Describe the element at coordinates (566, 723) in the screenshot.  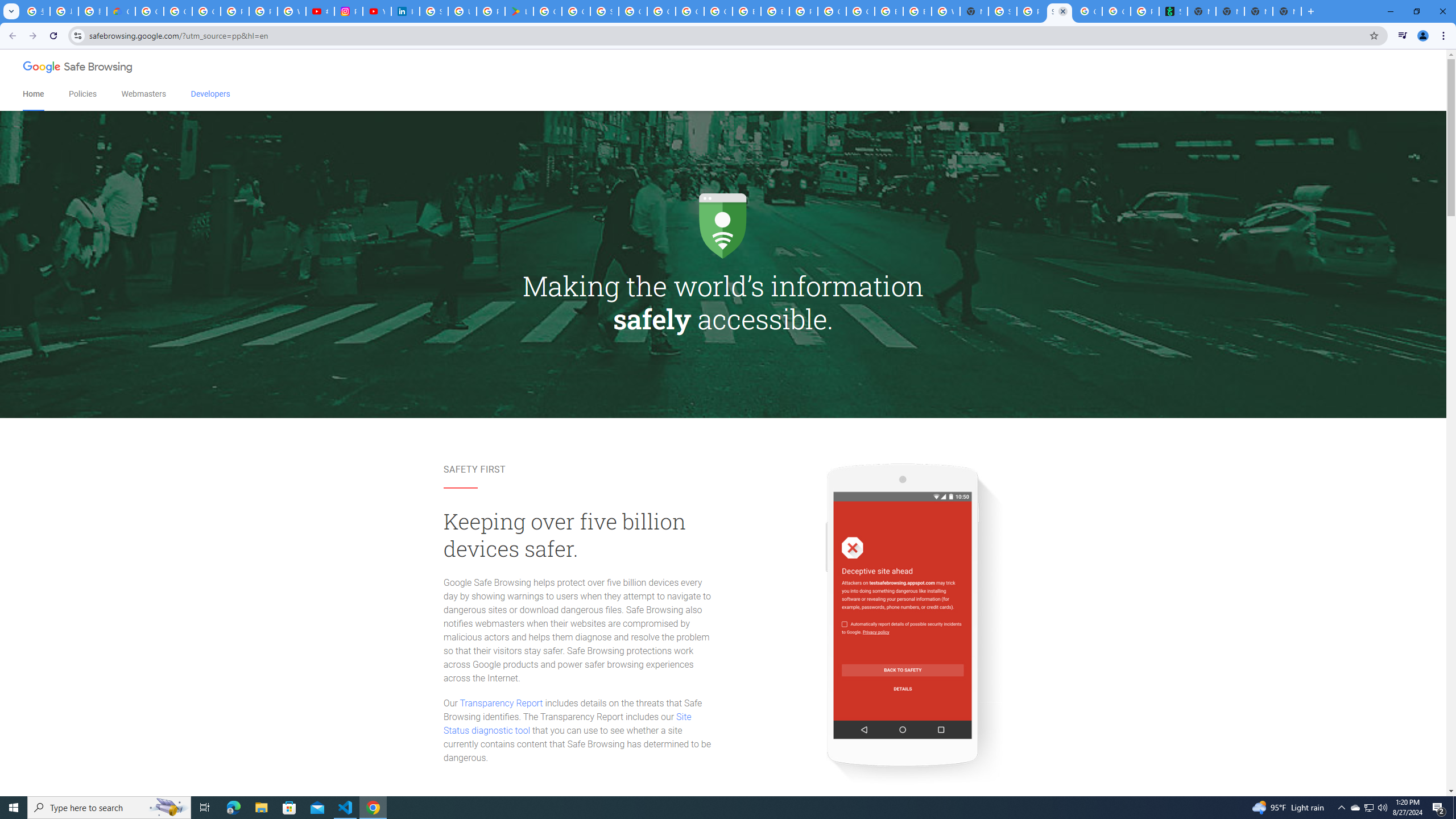
I see `'Site Status diagnostic tool'` at that location.